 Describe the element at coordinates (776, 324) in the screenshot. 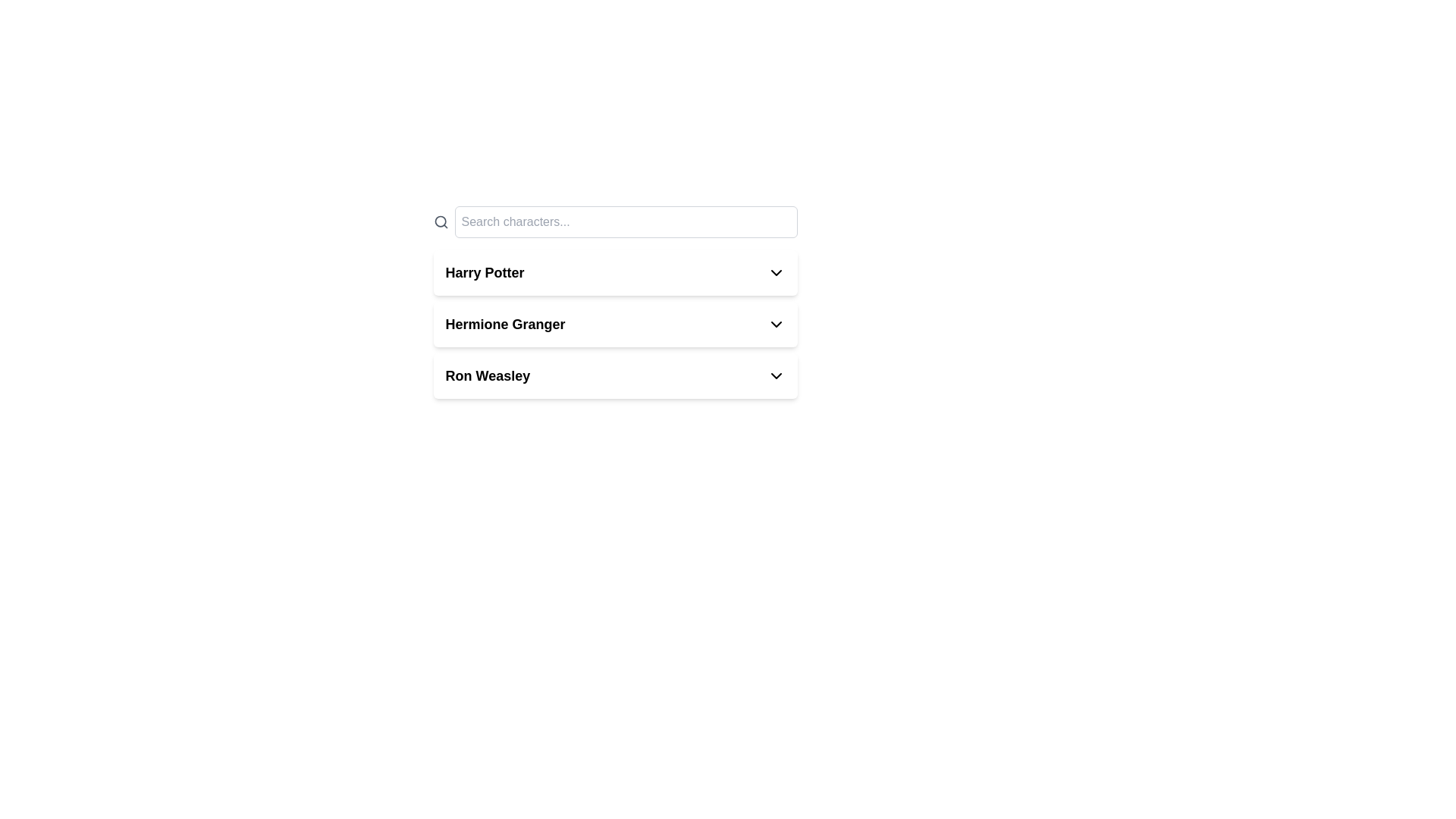

I see `the downward-pointing chevron icon with a black stroke outline located beside the text 'Hermione Granger' in the second row of the dropdown list` at that location.